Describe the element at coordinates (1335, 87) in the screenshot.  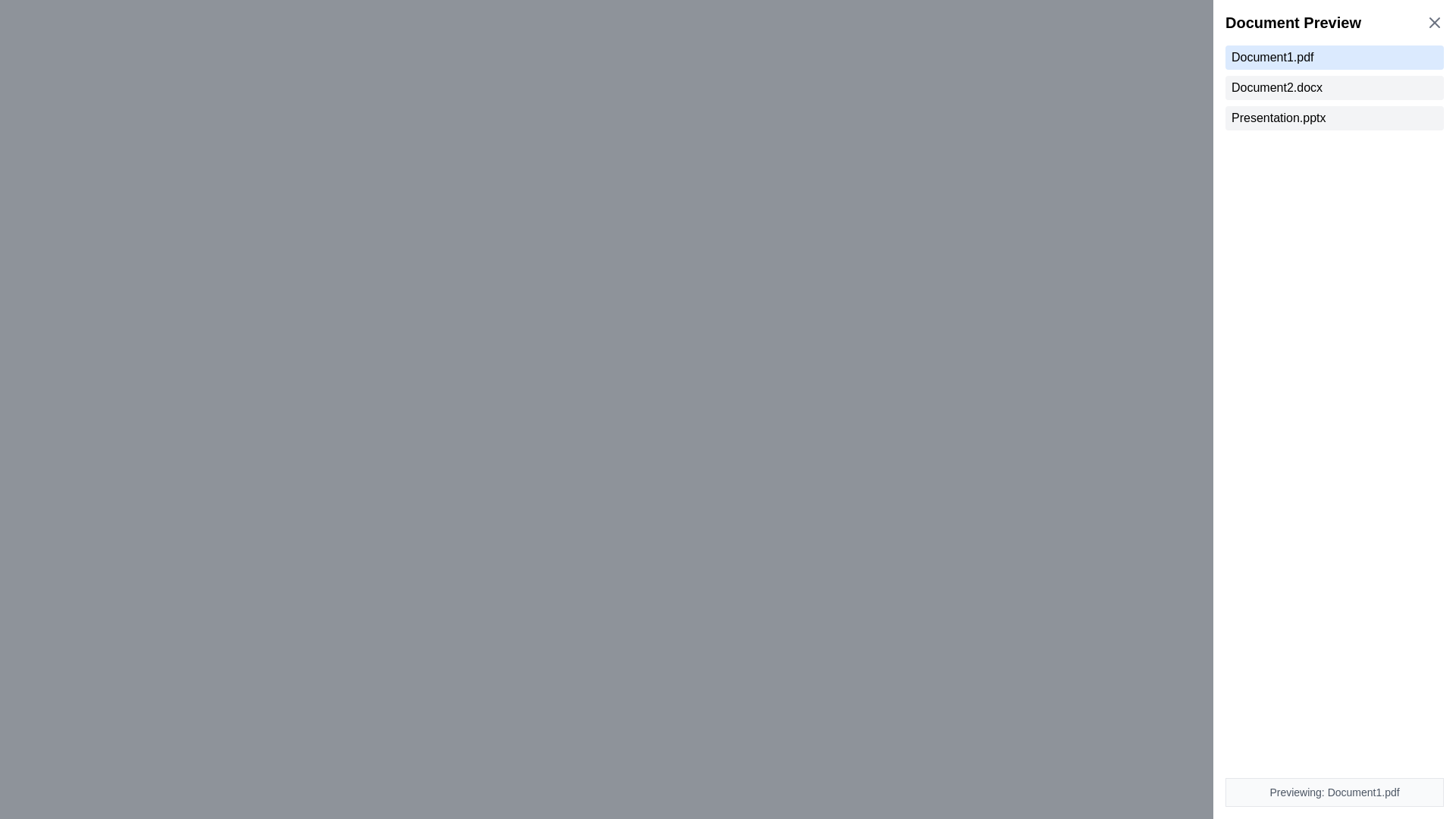
I see `the list item 'Document2.docx' in the 'Document Preview' panel` at that location.